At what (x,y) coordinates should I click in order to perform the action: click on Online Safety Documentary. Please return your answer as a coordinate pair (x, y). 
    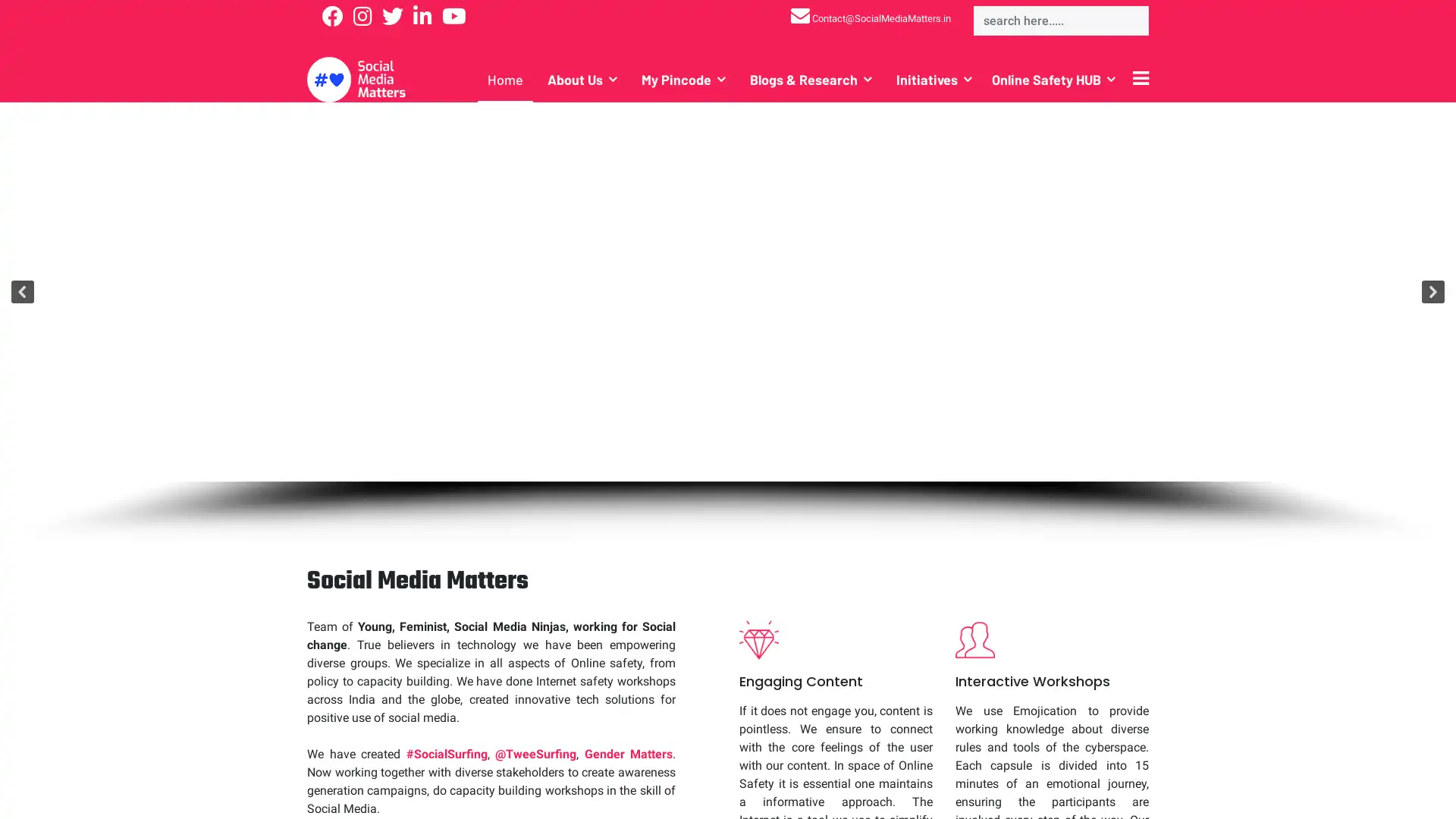
    Looking at the image, I should click on (761, 466).